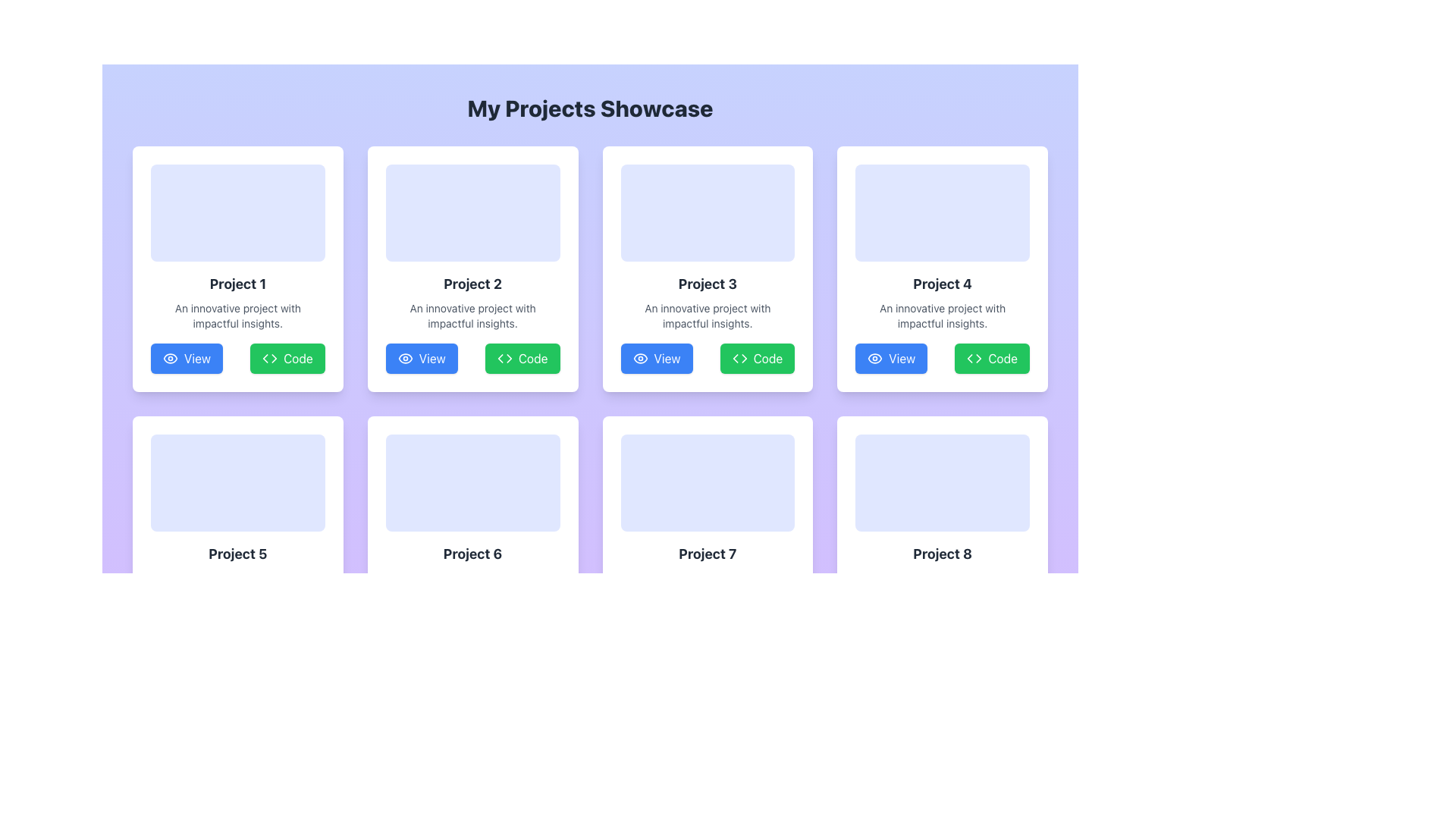  I want to click on the button located to the right of the 'View' button within the Project 1 card, so click(287, 359).